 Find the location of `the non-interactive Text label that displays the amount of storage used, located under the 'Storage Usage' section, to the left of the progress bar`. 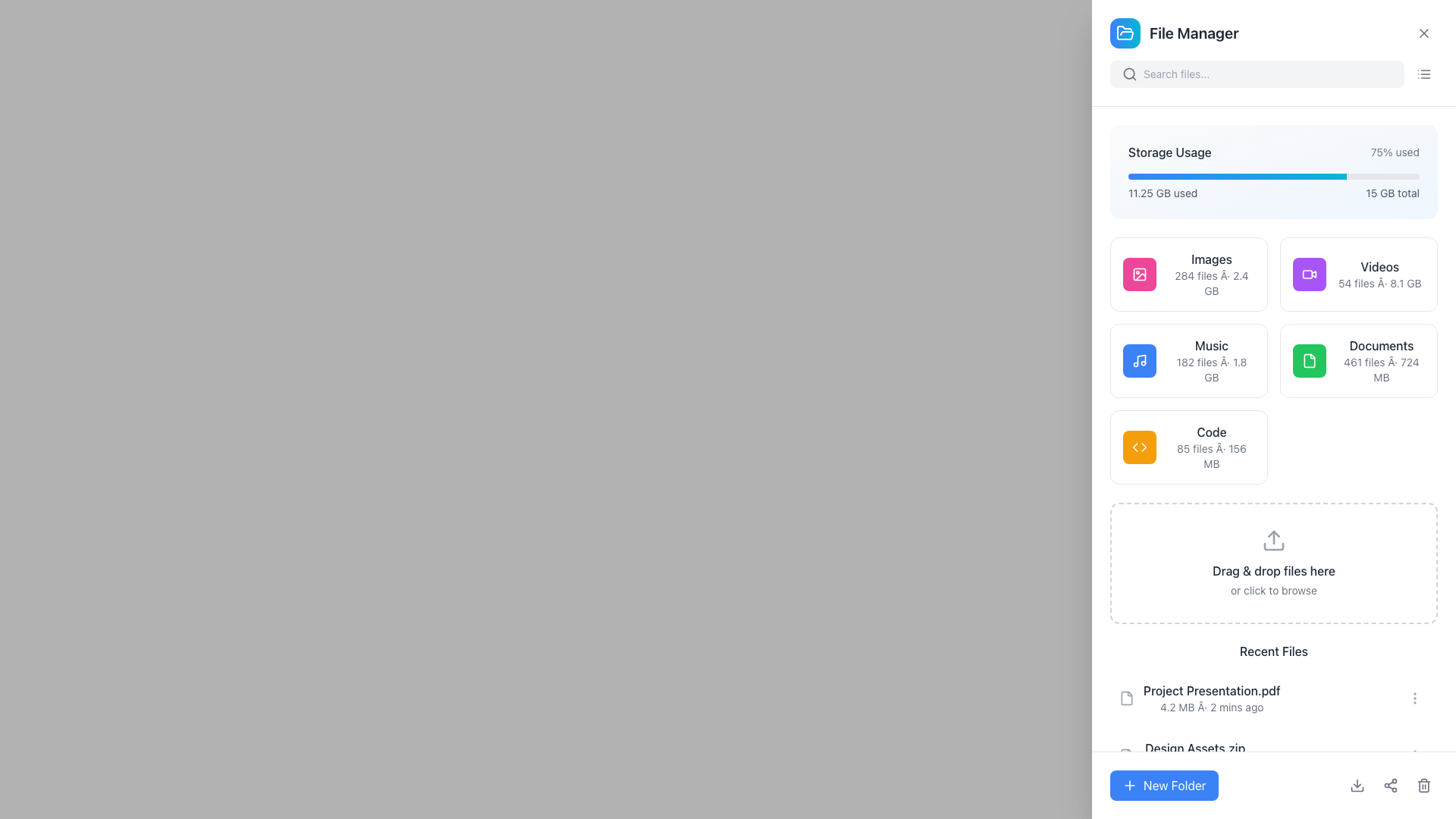

the non-interactive Text label that displays the amount of storage used, located under the 'Storage Usage' section, to the left of the progress bar is located at coordinates (1162, 192).